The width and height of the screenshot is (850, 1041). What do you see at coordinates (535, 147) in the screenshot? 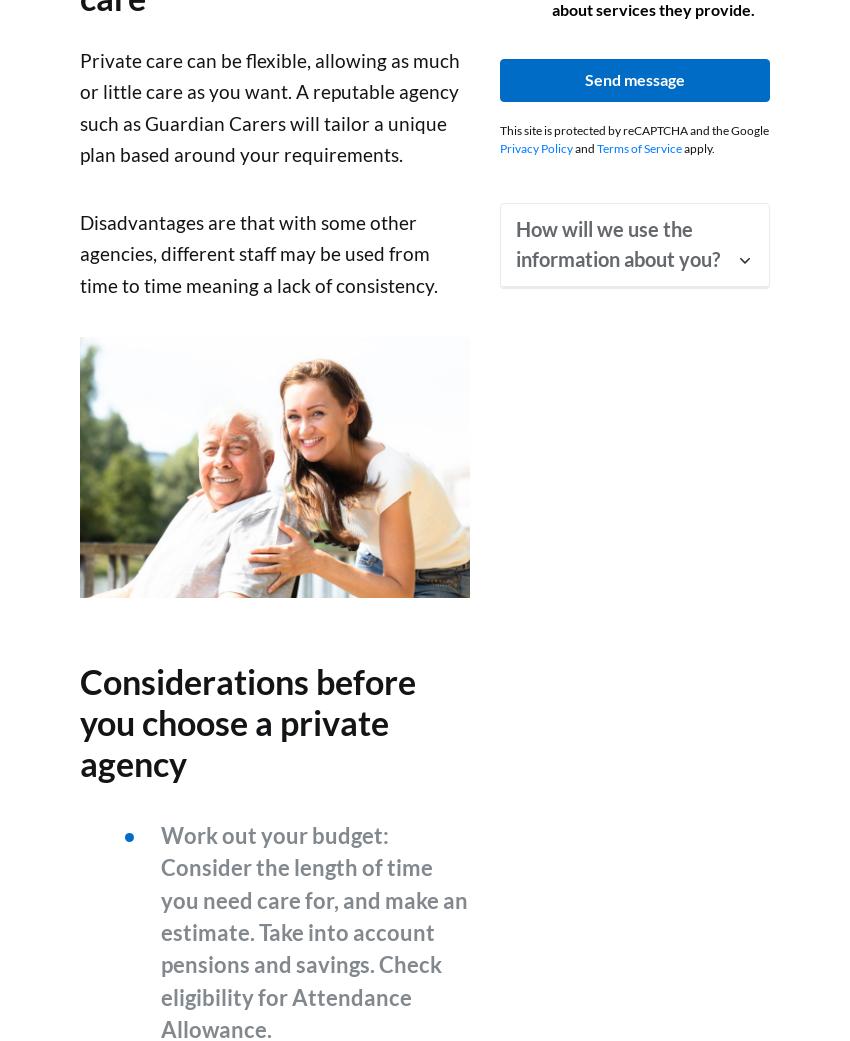
I see `'Privacy Policy'` at bounding box center [535, 147].